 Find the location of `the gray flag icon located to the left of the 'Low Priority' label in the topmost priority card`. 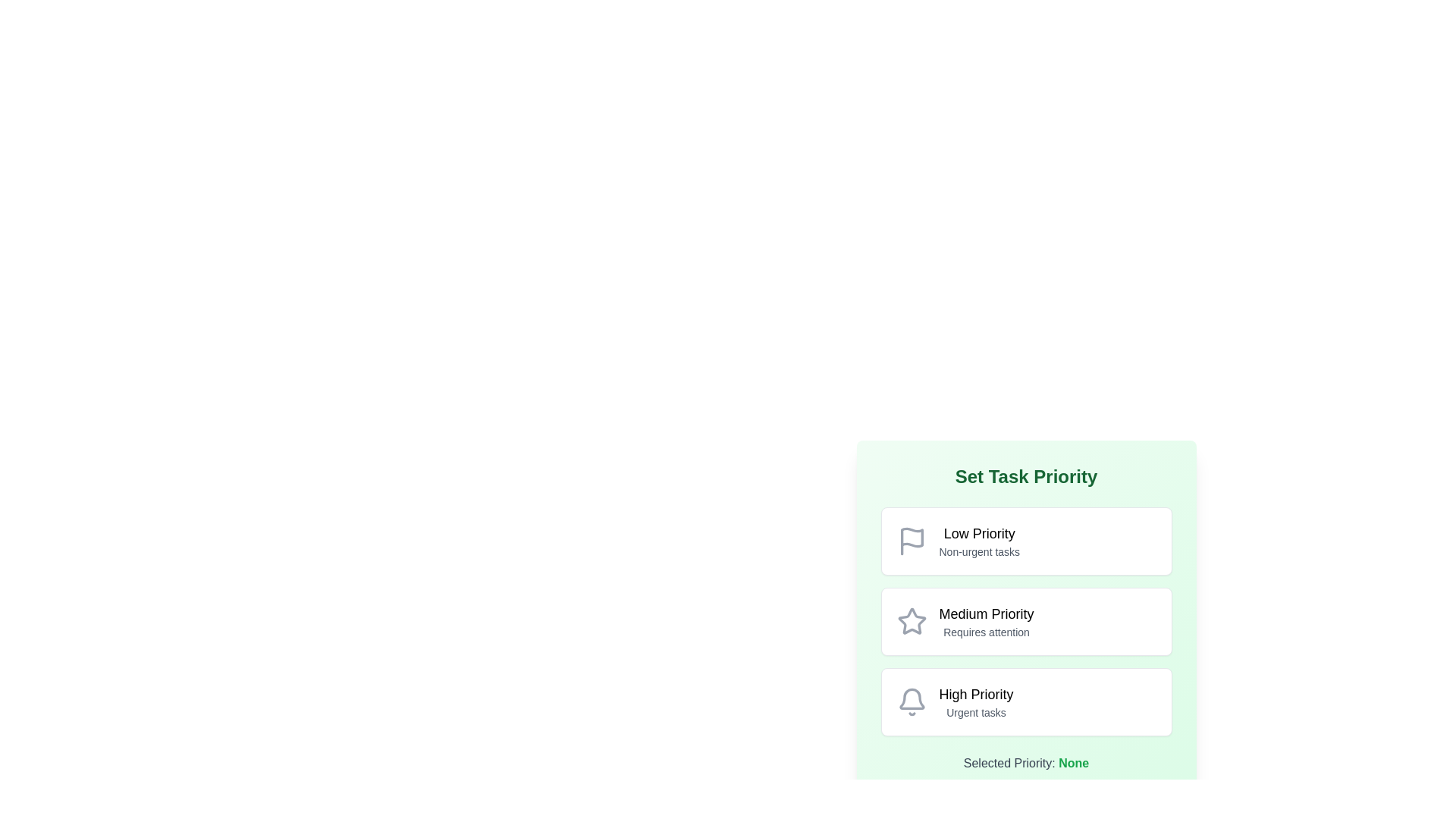

the gray flag icon located to the left of the 'Low Priority' label in the topmost priority card is located at coordinates (911, 540).